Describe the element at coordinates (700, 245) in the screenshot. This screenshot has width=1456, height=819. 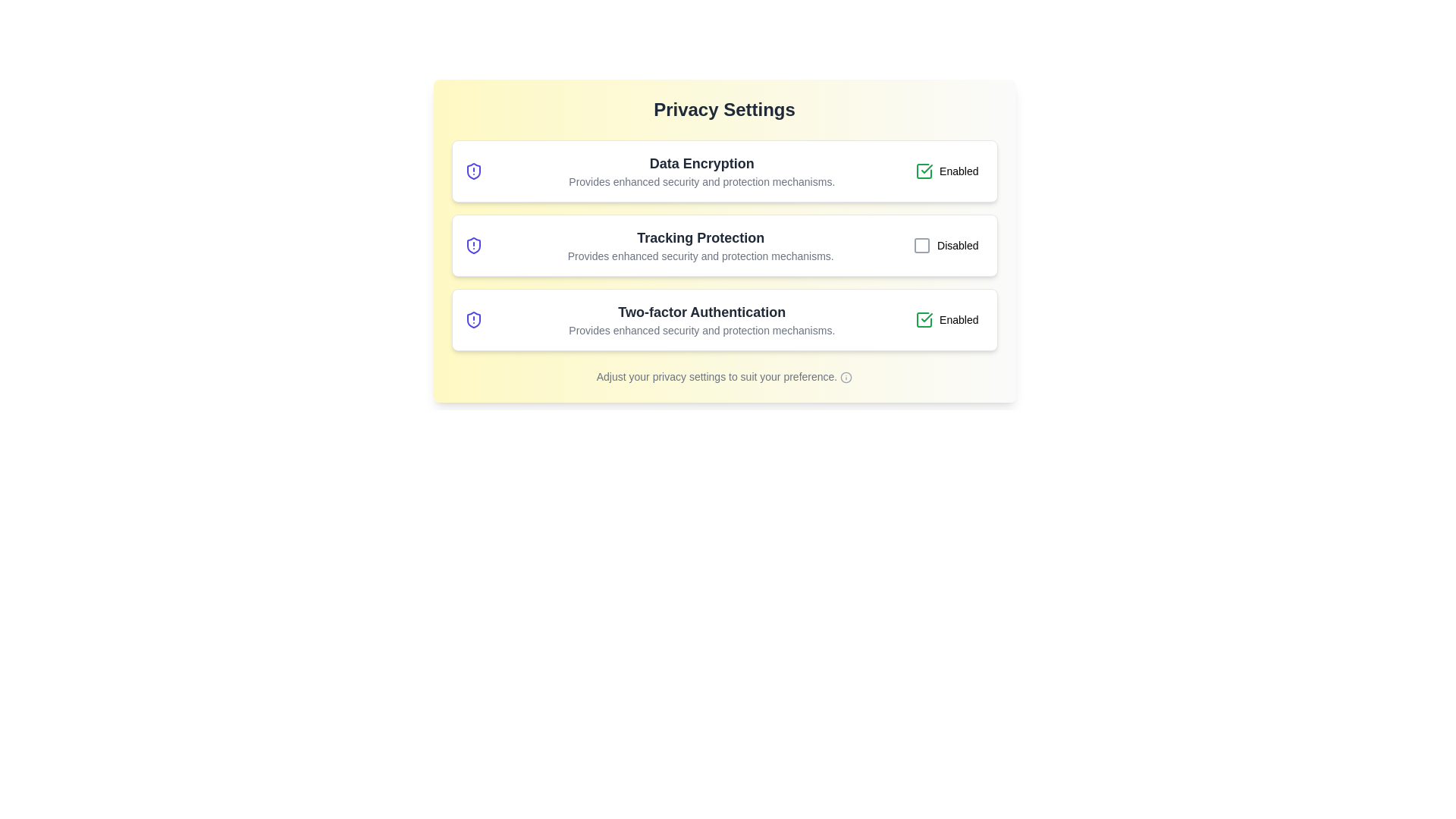
I see `informational text block stating 'Tracking Protection' and its description 'Provides enhanced security and protection mechanisms.'` at that location.